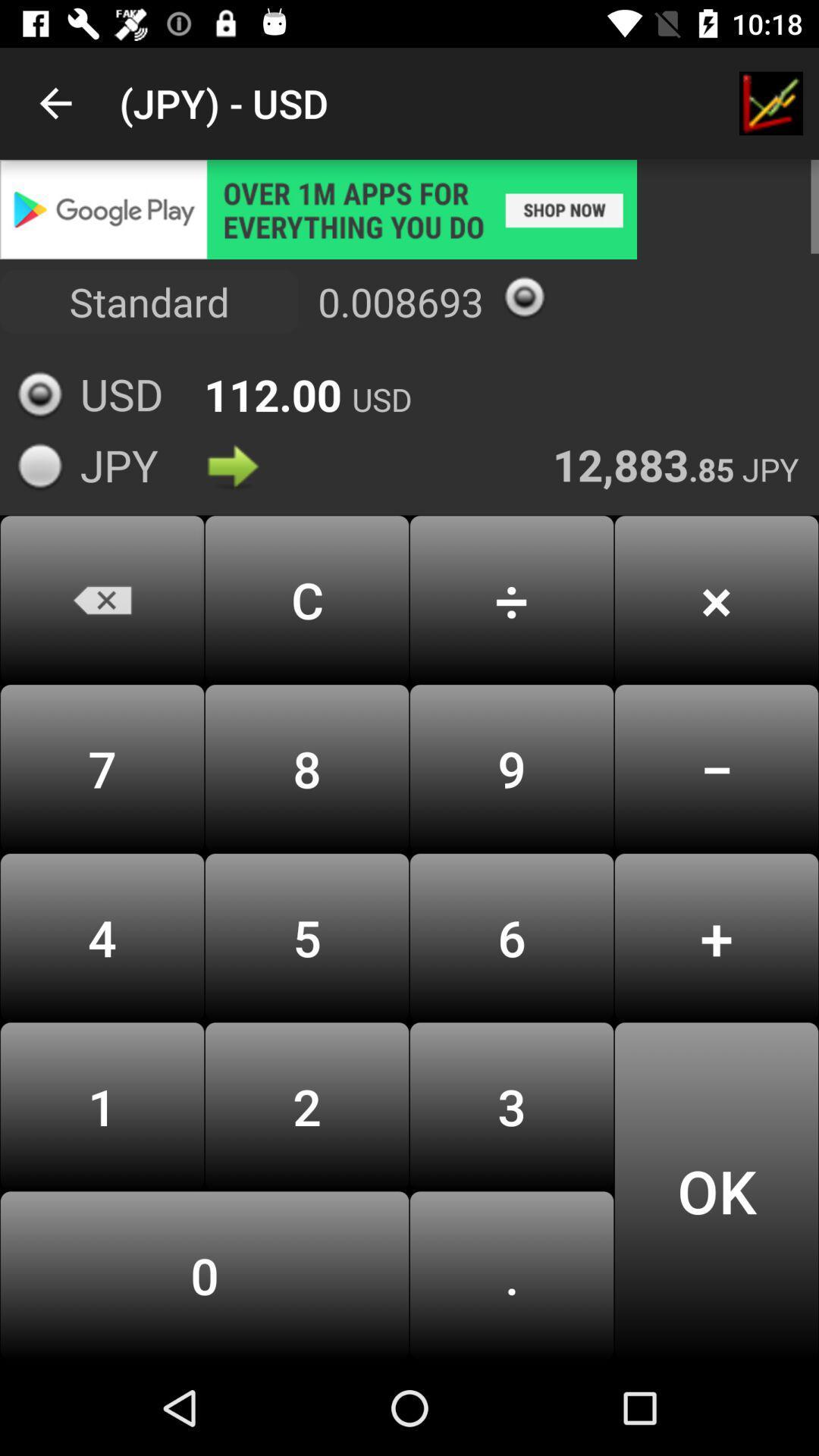 This screenshot has height=1456, width=819. I want to click on the refresh icon, so click(523, 297).